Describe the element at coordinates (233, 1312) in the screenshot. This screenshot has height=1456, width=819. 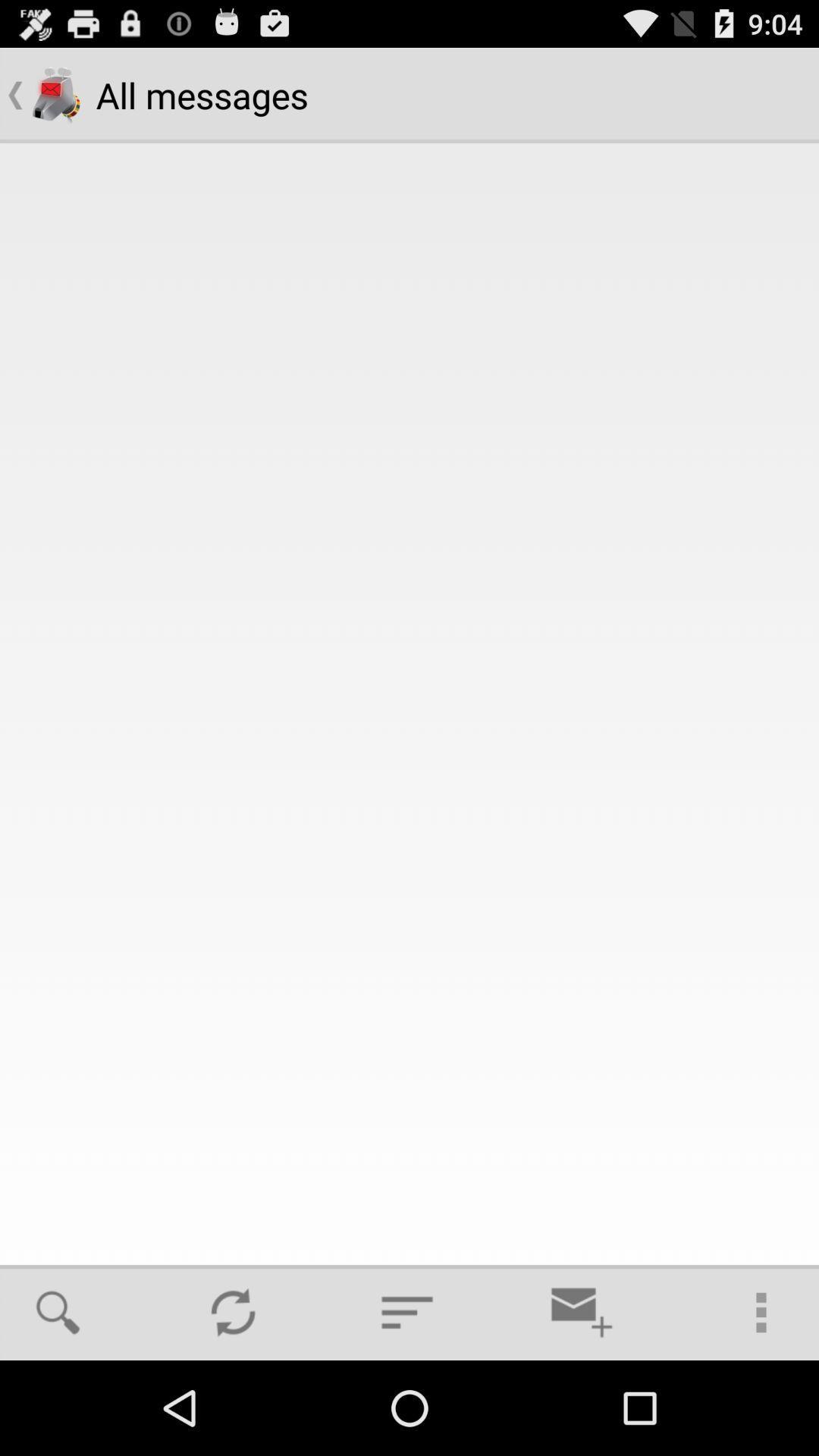
I see `the icon below the all messages` at that location.